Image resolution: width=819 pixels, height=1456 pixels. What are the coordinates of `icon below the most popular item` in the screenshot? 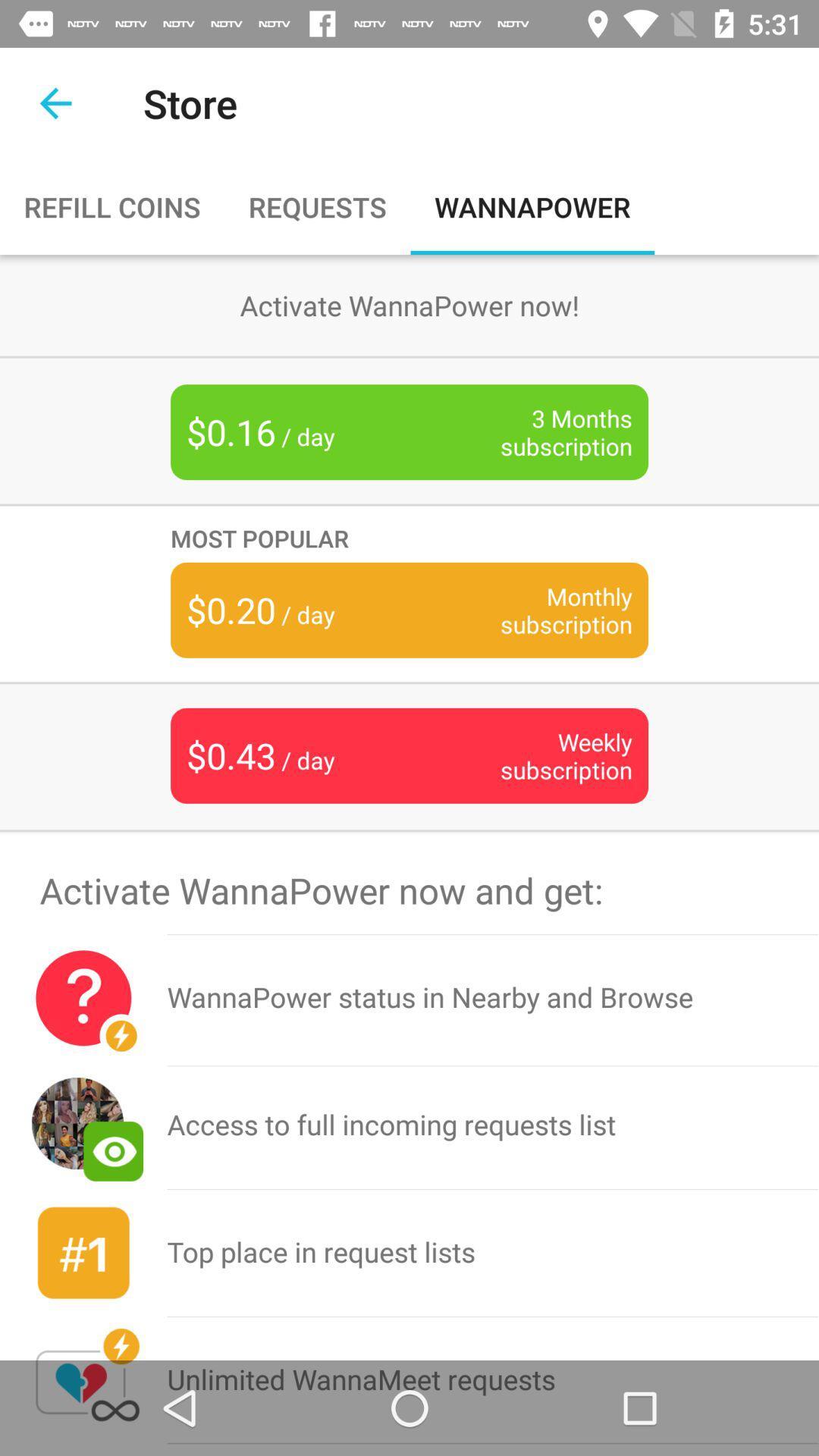 It's located at (542, 610).